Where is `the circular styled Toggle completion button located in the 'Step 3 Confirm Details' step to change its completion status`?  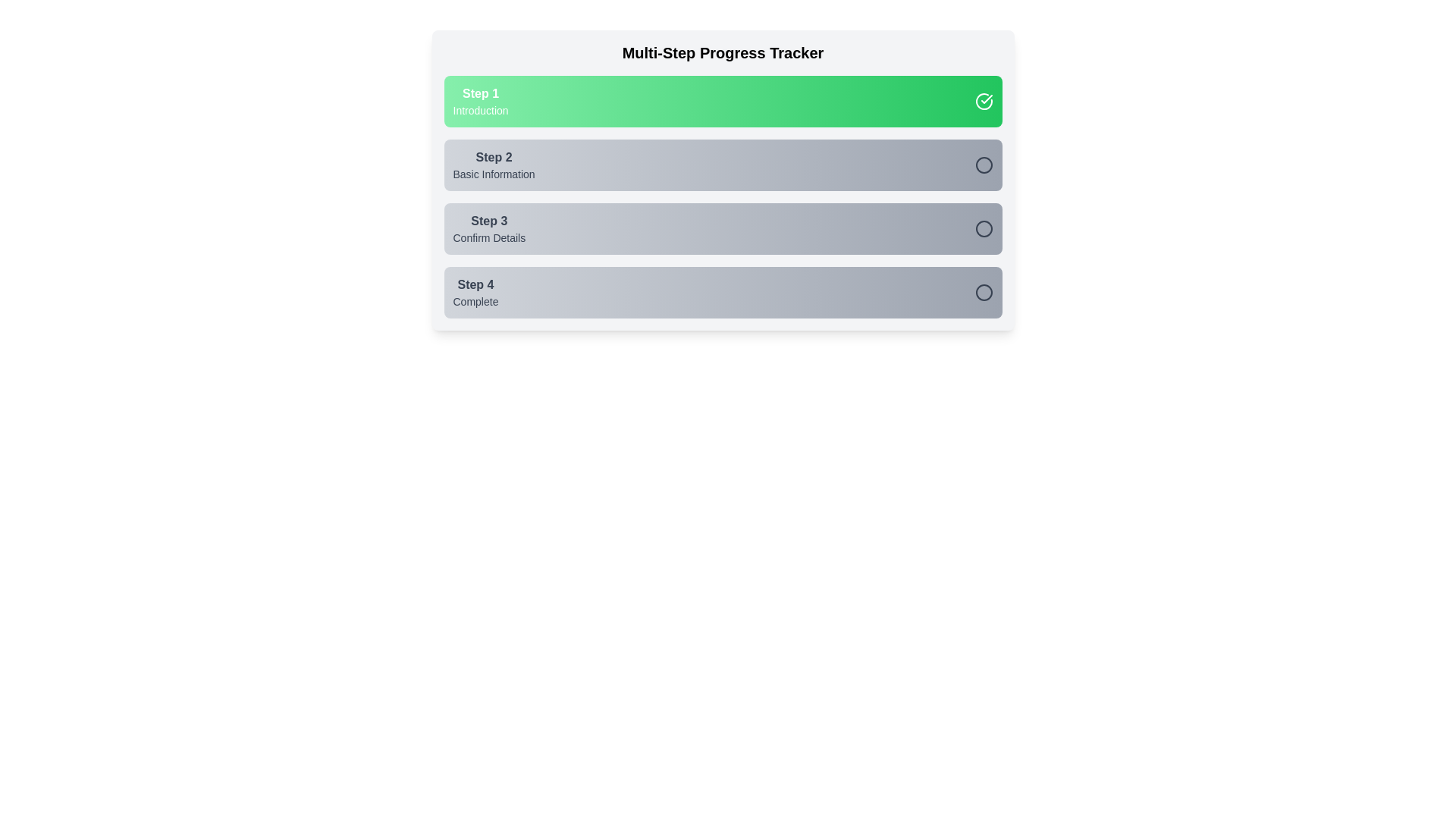
the circular styled Toggle completion button located in the 'Step 3 Confirm Details' step to change its completion status is located at coordinates (984, 228).